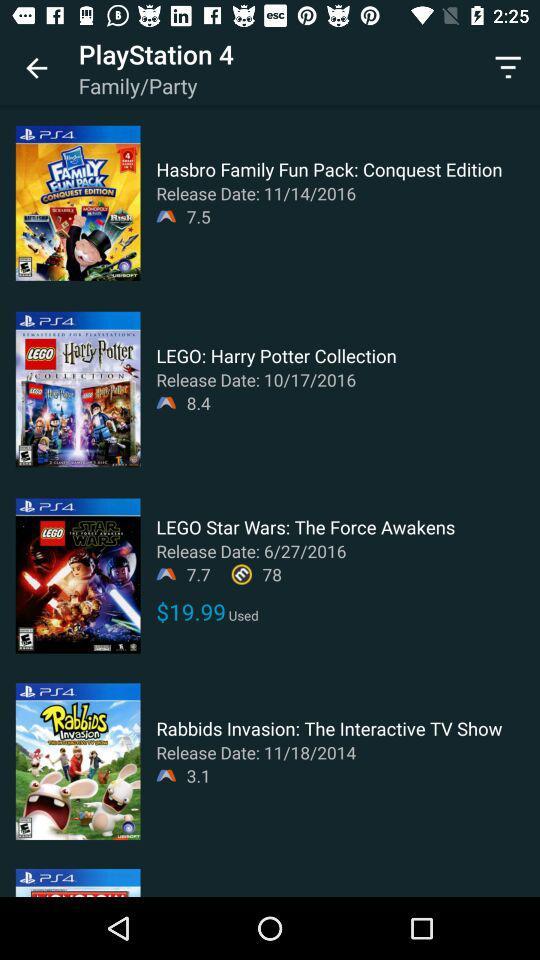 The image size is (540, 960). What do you see at coordinates (508, 68) in the screenshot?
I see `the item to the right of playstation 4 item` at bounding box center [508, 68].